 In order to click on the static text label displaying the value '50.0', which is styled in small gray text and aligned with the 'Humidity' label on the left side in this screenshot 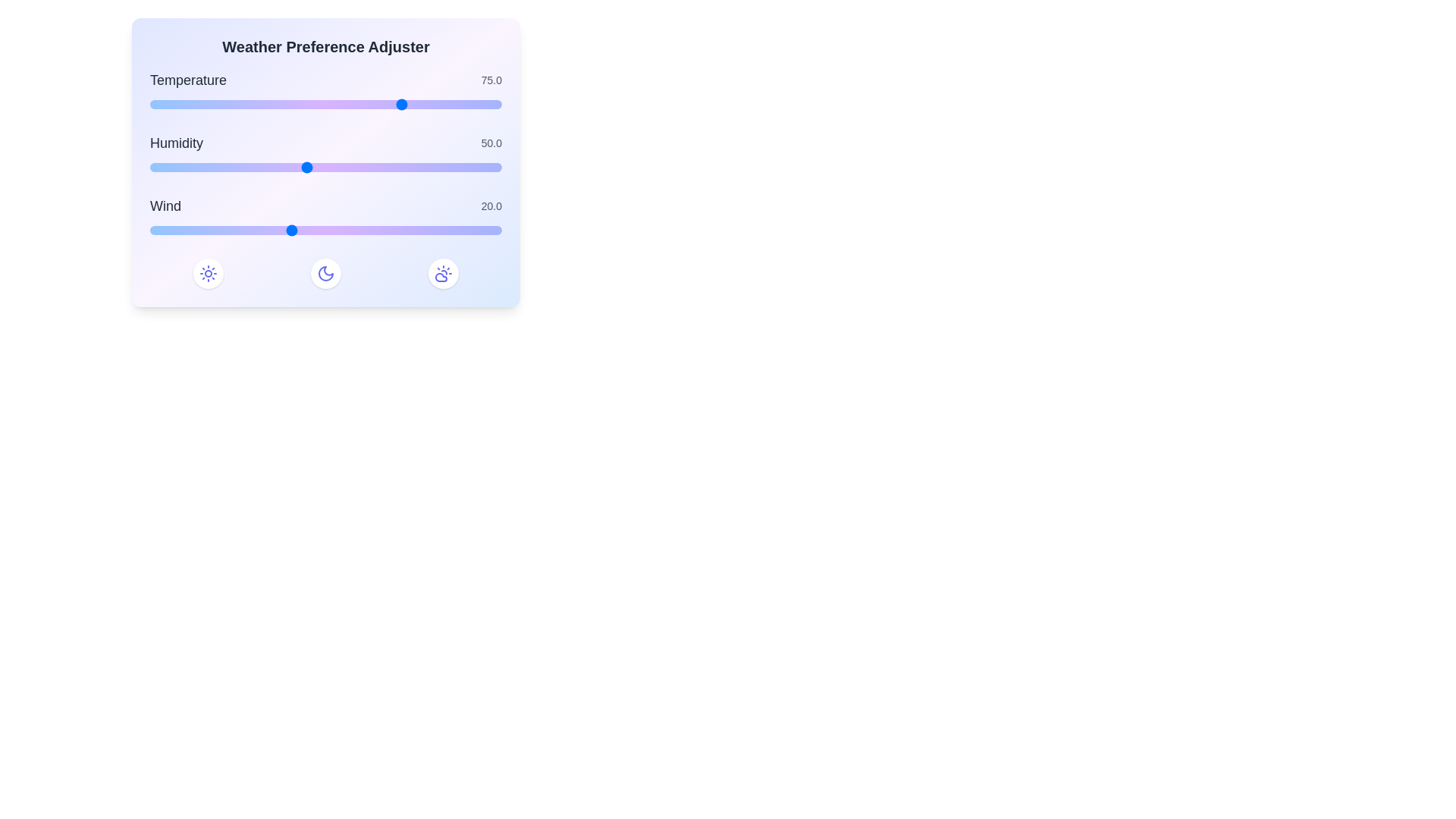, I will do `click(491, 143)`.